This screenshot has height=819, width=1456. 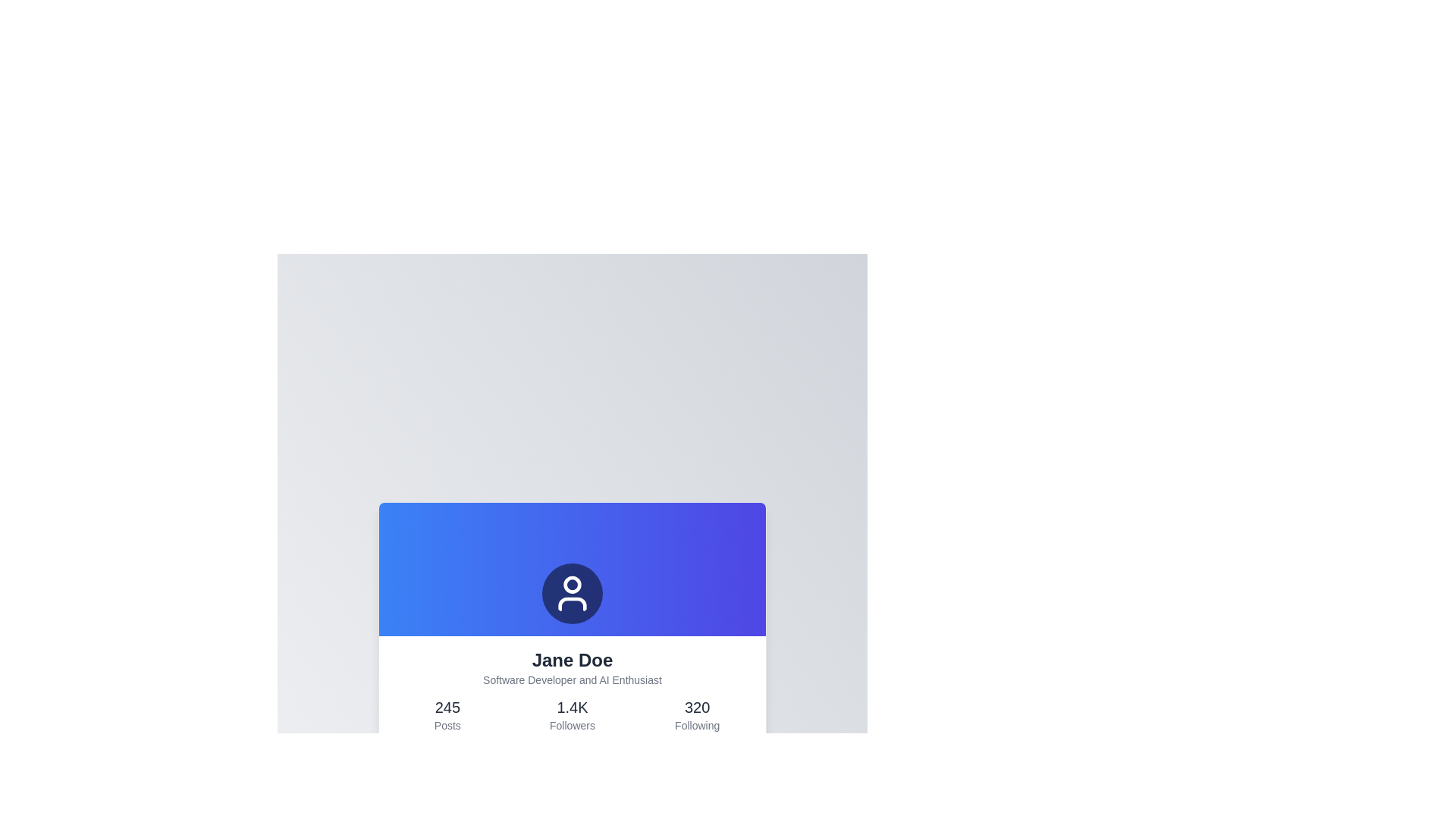 I want to click on the text element displaying the user's social statistics, which includes the number of posts, followers, and following, located in a grid layout below the user's name and description, so click(x=571, y=714).